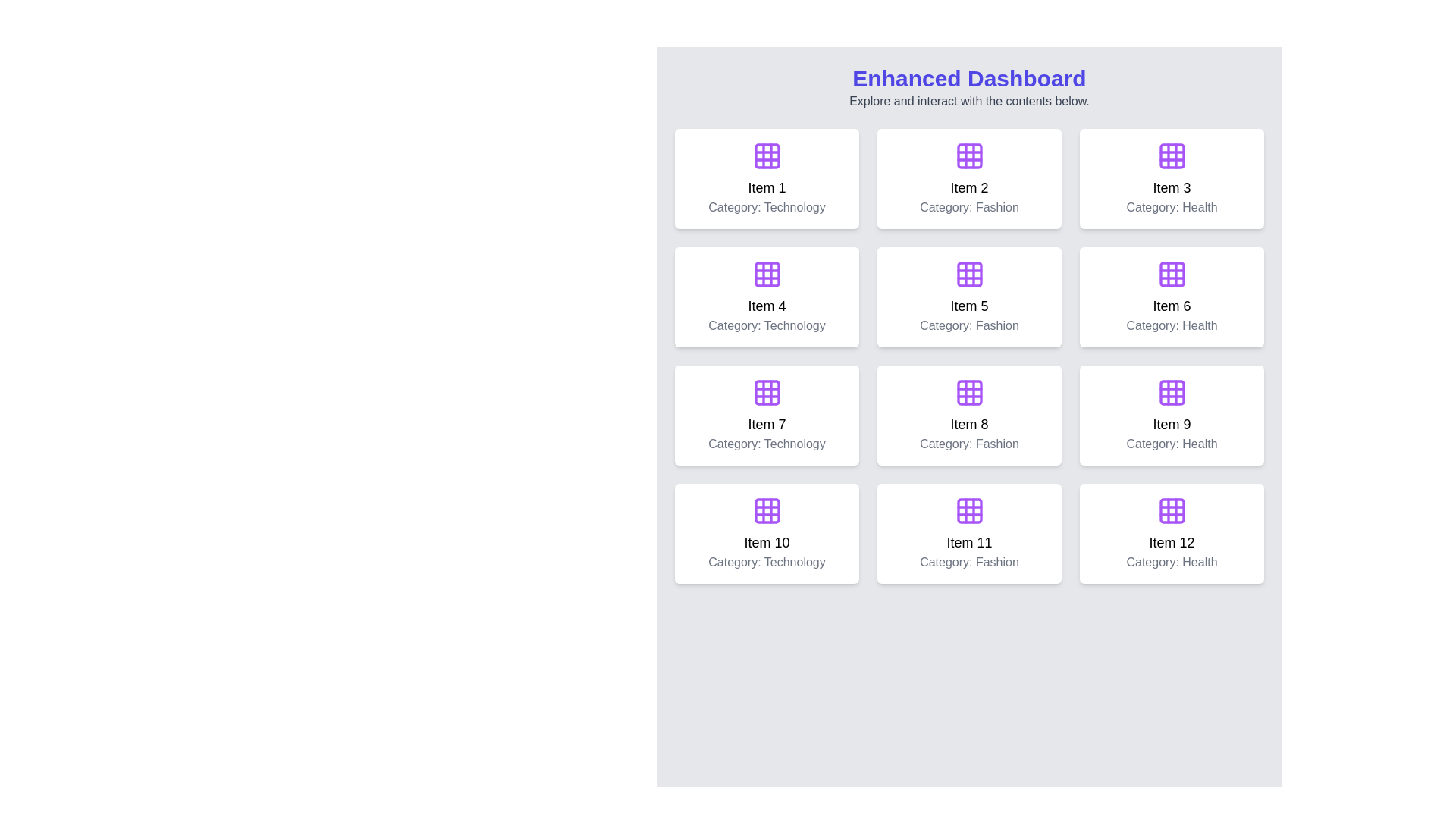 The height and width of the screenshot is (819, 1456). I want to click on the SVG Square Element representing 'Category: Technology' in the second row of the grid layout on the dashboard, so click(767, 275).